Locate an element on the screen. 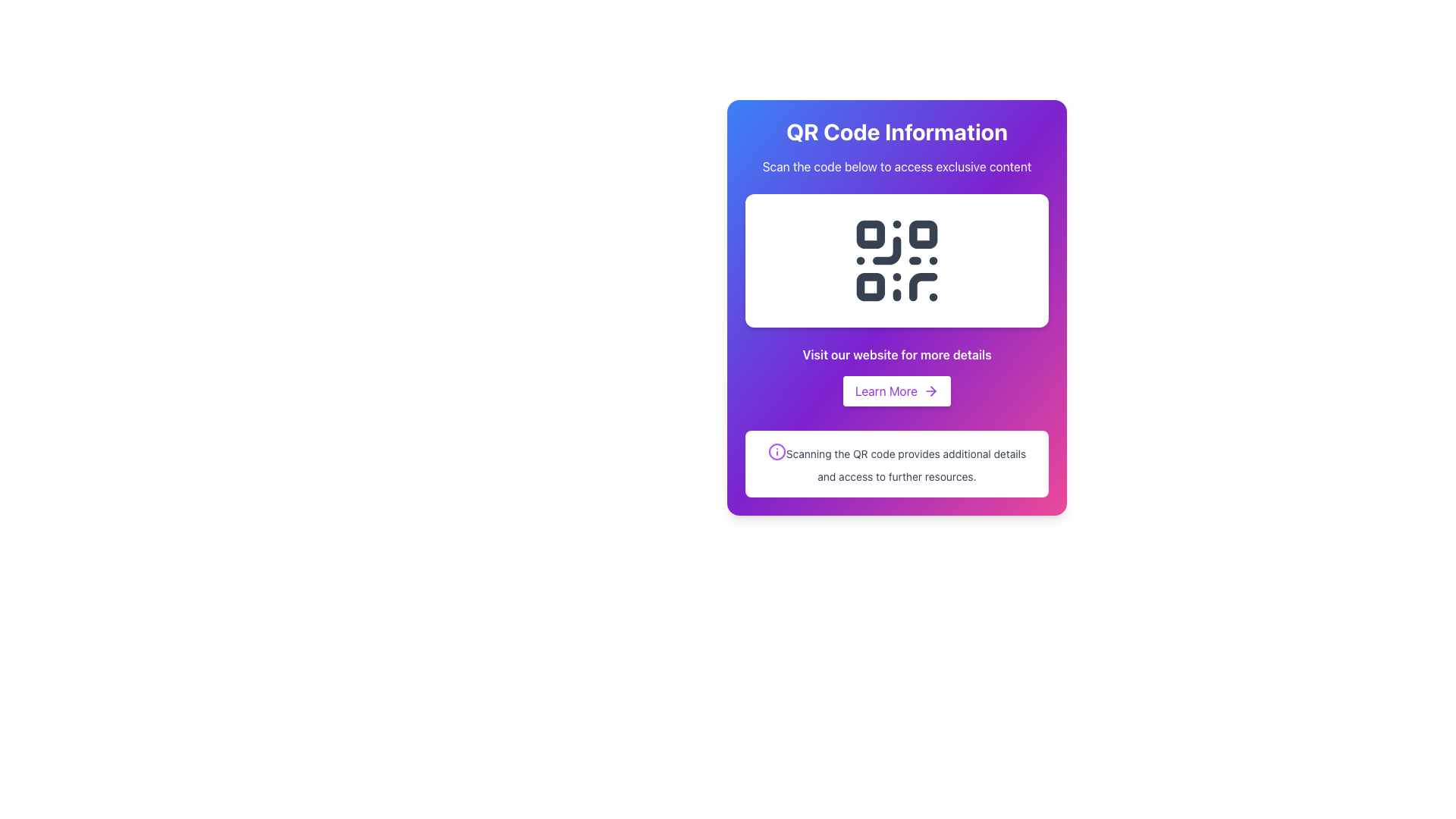  the 'Learn More' button that is decorated by the arrowhead SVG graphic positioned to its right is located at coordinates (931, 391).